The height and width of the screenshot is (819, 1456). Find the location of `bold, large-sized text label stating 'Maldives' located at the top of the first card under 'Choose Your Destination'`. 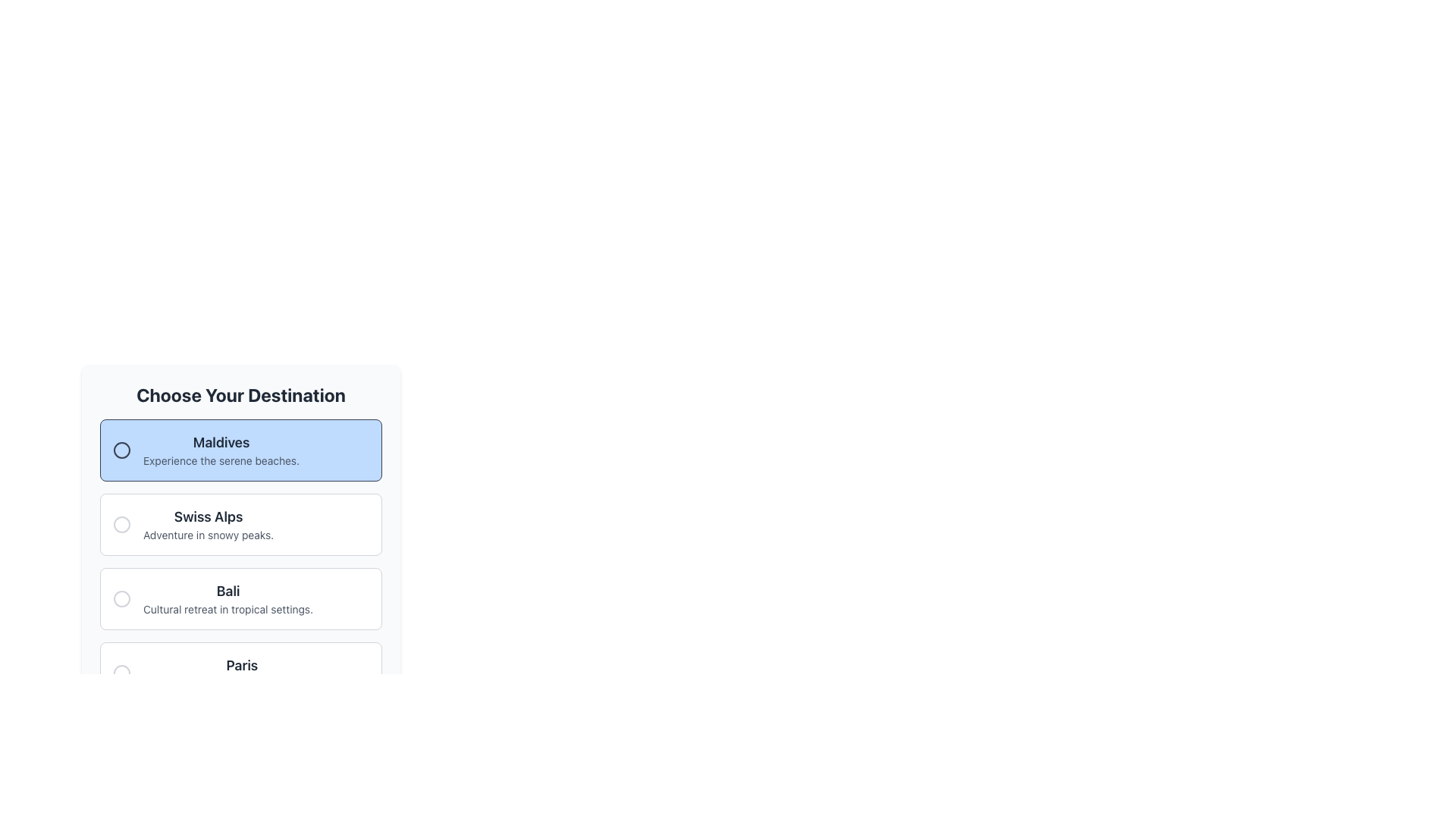

bold, large-sized text label stating 'Maldives' located at the top of the first card under 'Choose Your Destination' is located at coordinates (221, 442).